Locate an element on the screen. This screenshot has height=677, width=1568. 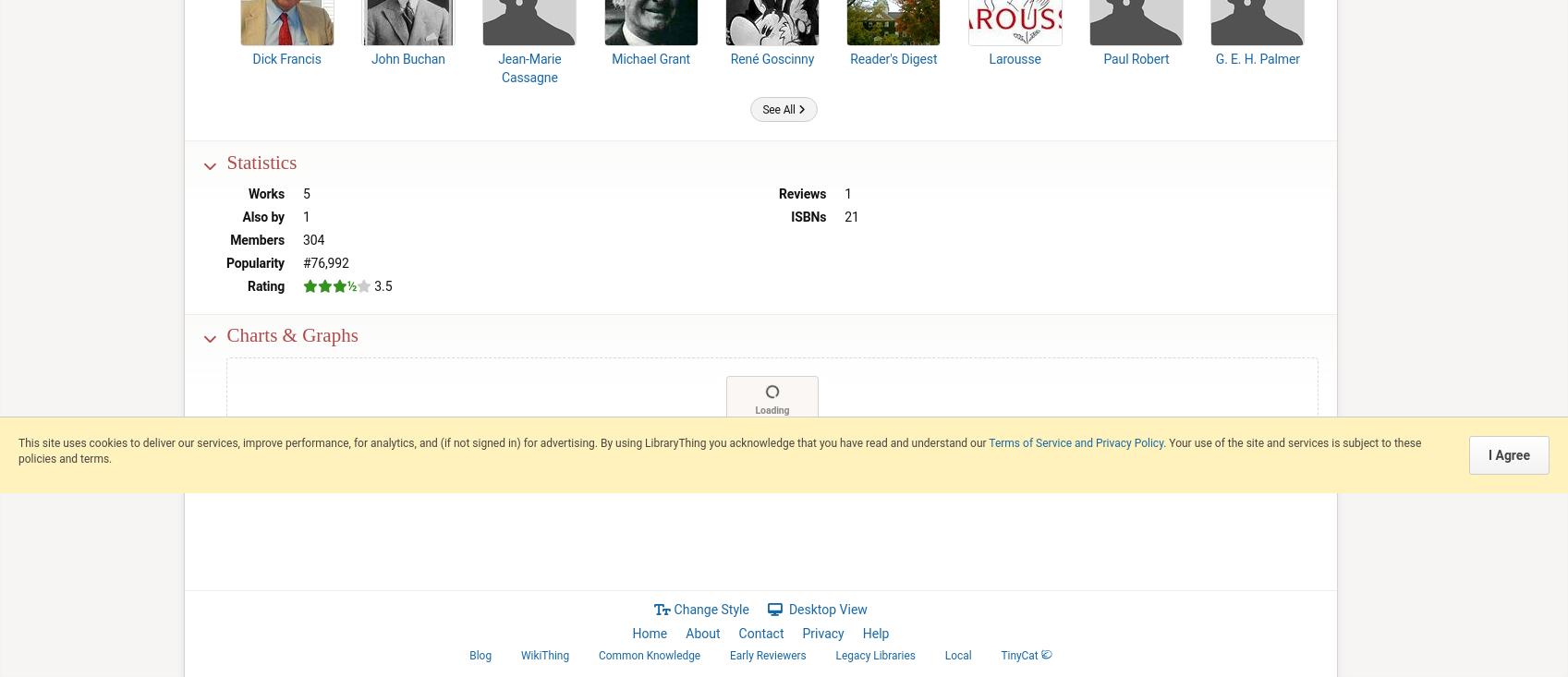
'304' is located at coordinates (313, 238).